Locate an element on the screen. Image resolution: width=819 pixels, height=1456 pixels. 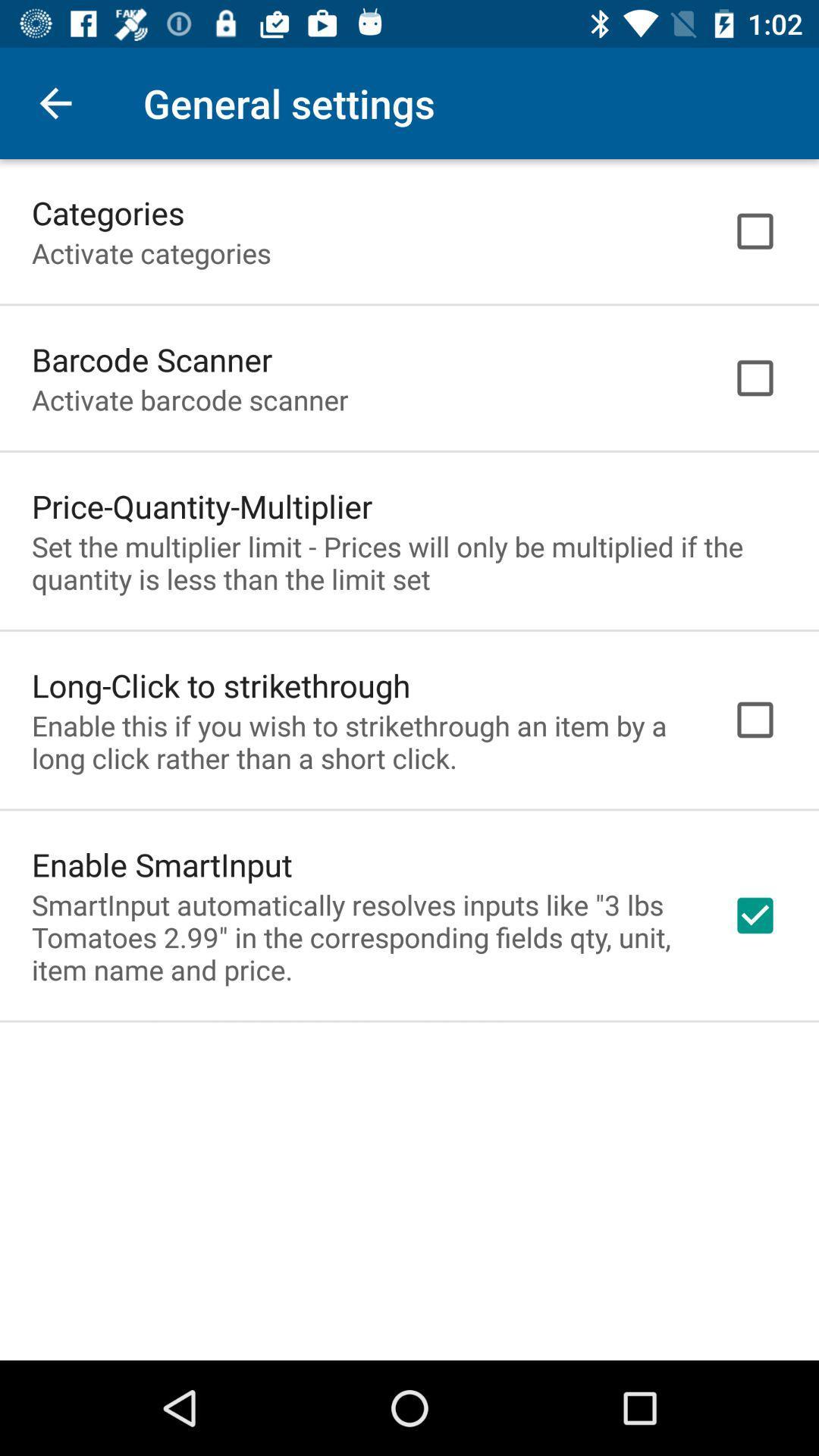
enable this if item is located at coordinates (362, 742).